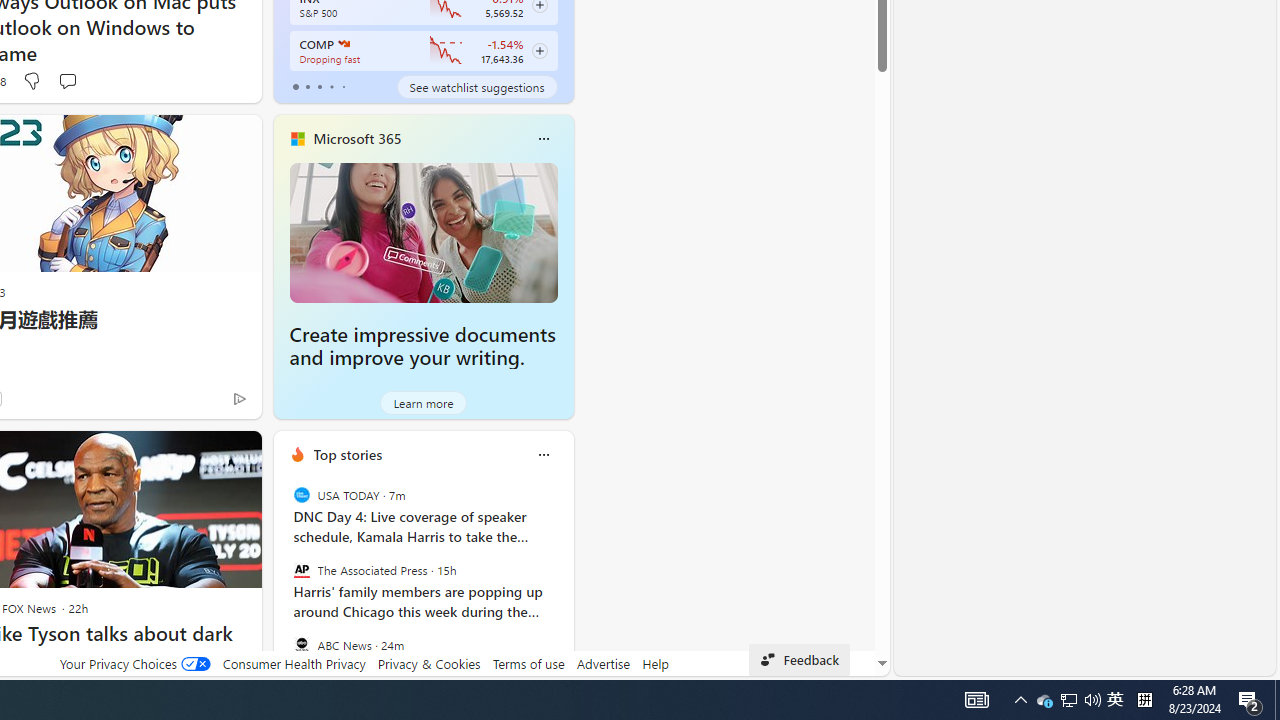  Describe the element at coordinates (300, 495) in the screenshot. I see `'USA TODAY'` at that location.